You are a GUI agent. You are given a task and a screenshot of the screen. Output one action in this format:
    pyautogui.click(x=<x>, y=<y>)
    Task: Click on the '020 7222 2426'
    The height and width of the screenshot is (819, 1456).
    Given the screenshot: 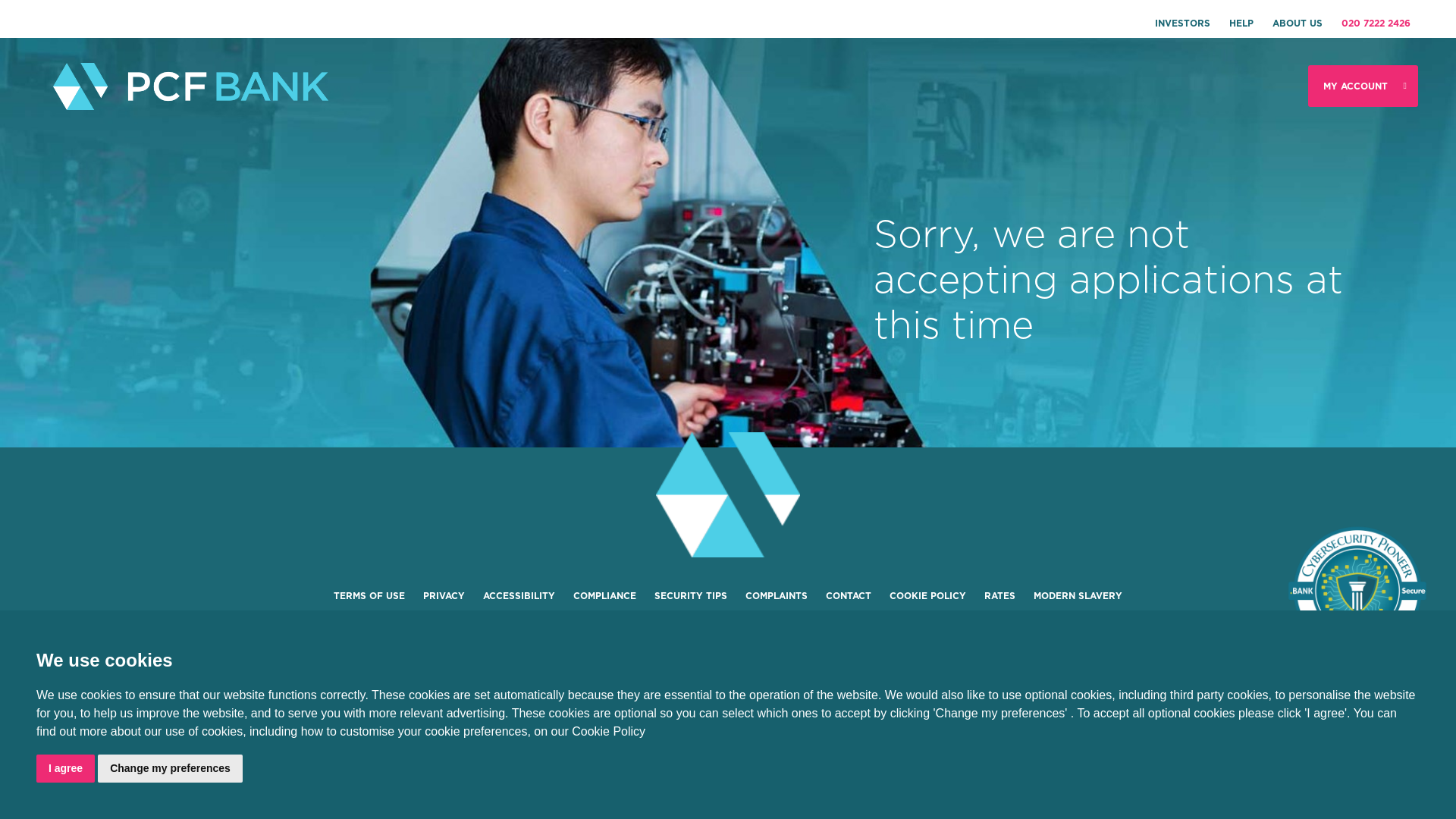 What is the action you would take?
    pyautogui.click(x=1376, y=24)
    